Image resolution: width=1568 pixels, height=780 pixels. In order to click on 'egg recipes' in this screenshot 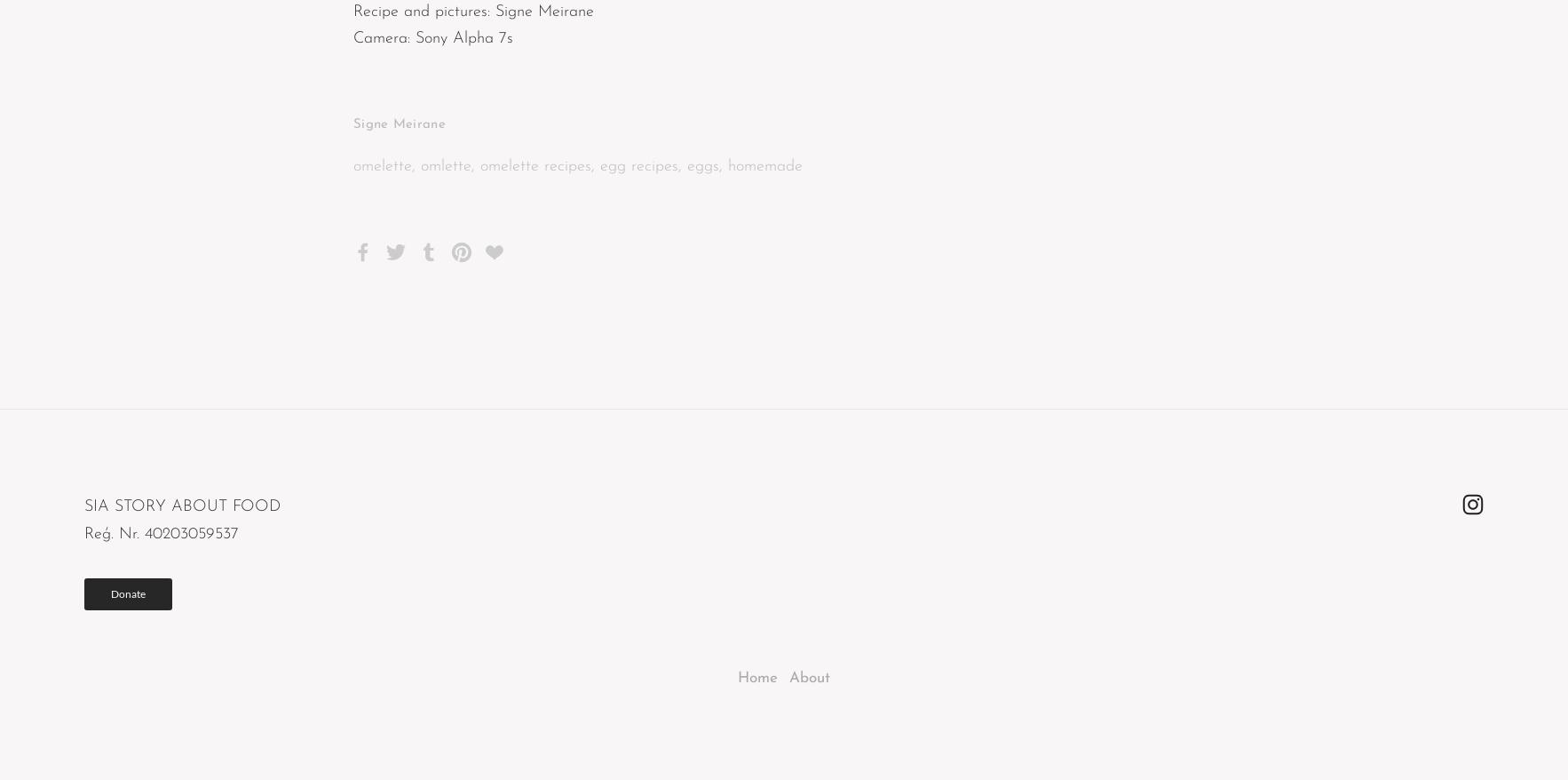, I will do `click(638, 164)`.